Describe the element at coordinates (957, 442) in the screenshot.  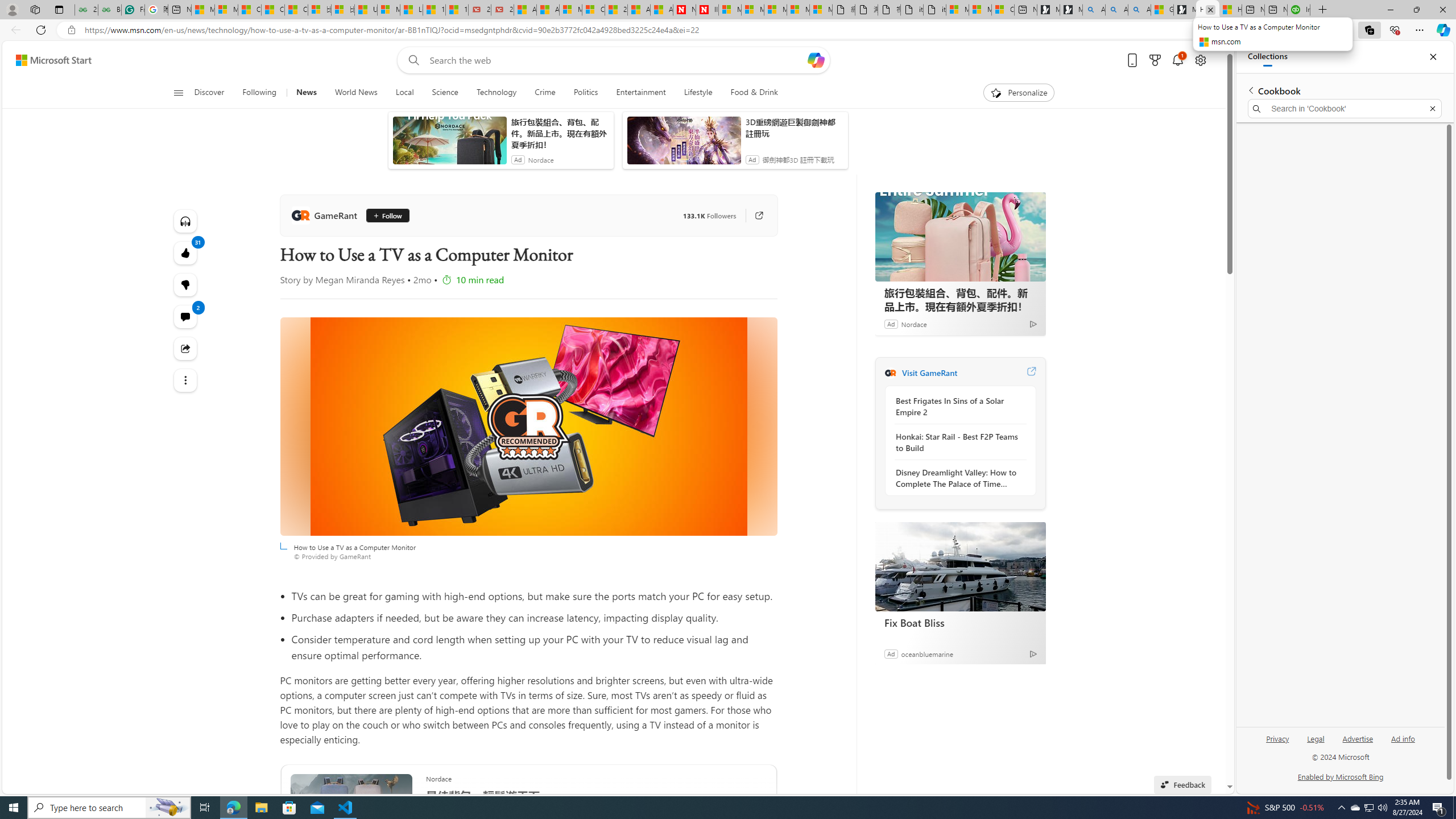
I see `'Honkai: Star Rail - Best F2P Teams to Build'` at that location.